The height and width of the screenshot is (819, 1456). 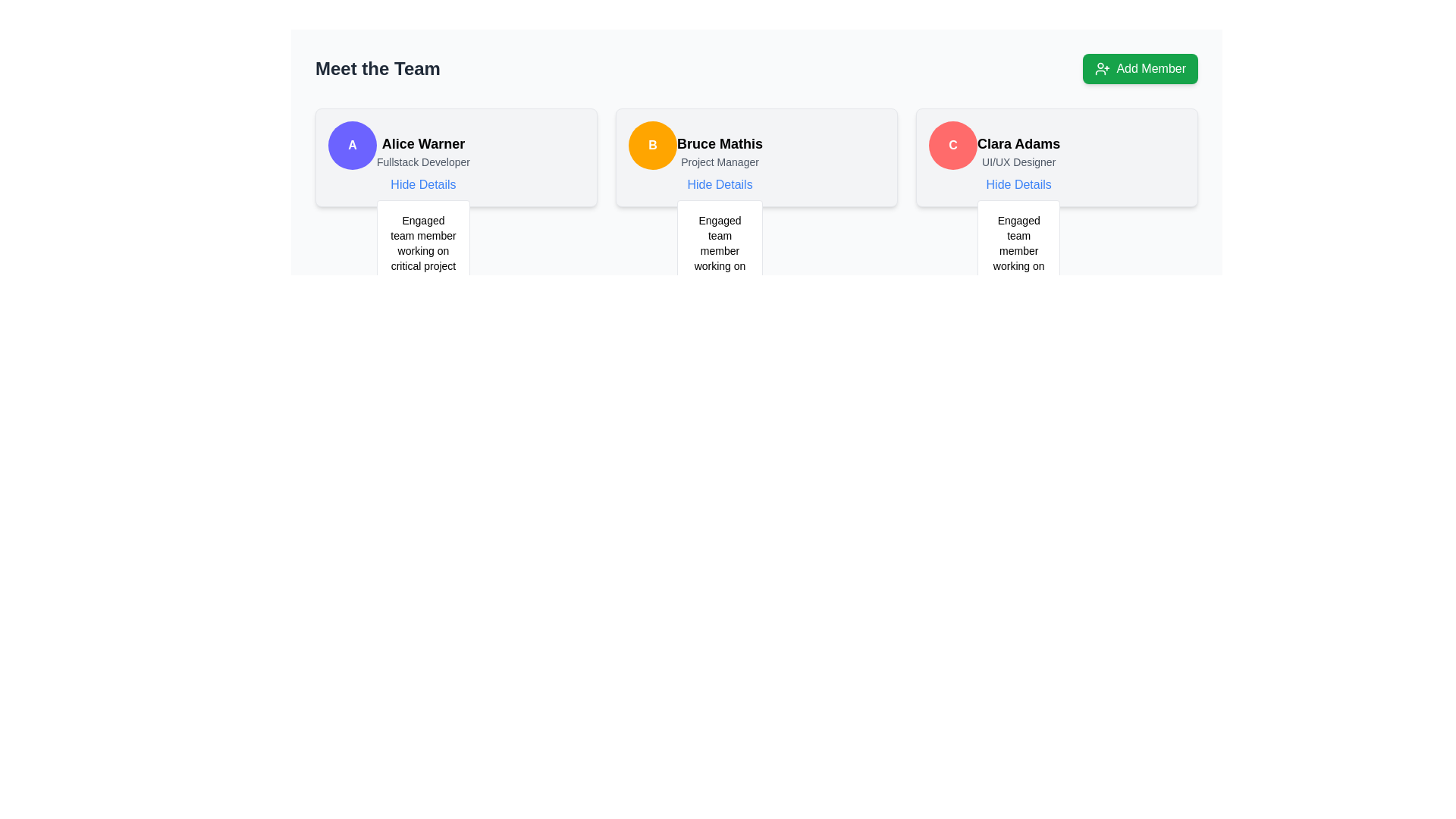 I want to click on the Avatar placeholder icon with the letter 'B' on an orange background, associated with Bruce Mathis, if interaction is enabled, so click(x=652, y=146).